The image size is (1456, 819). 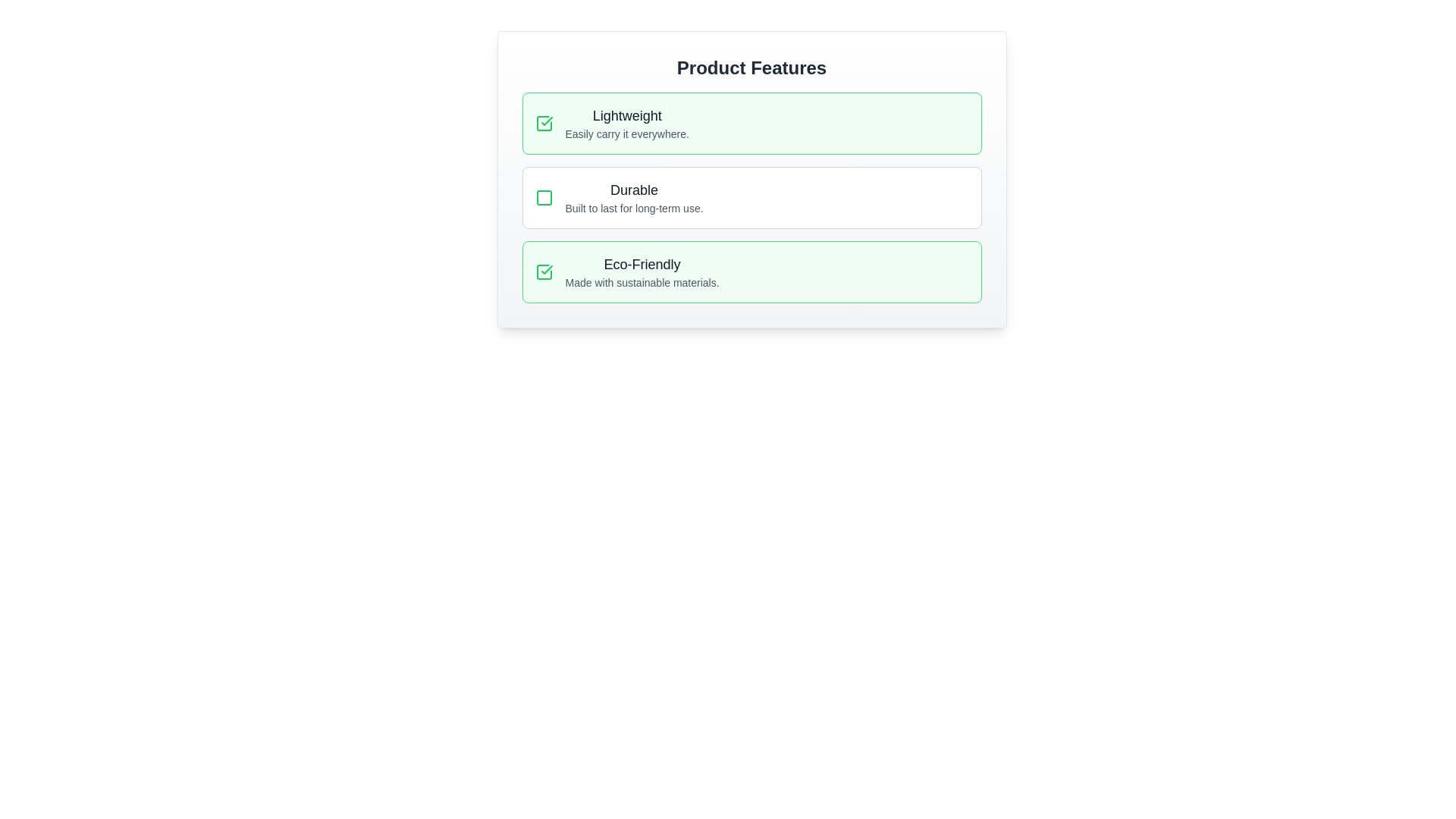 I want to click on the center of the second Informational Card in the 'Product Features' group to focus on the feature details, so click(x=752, y=178).